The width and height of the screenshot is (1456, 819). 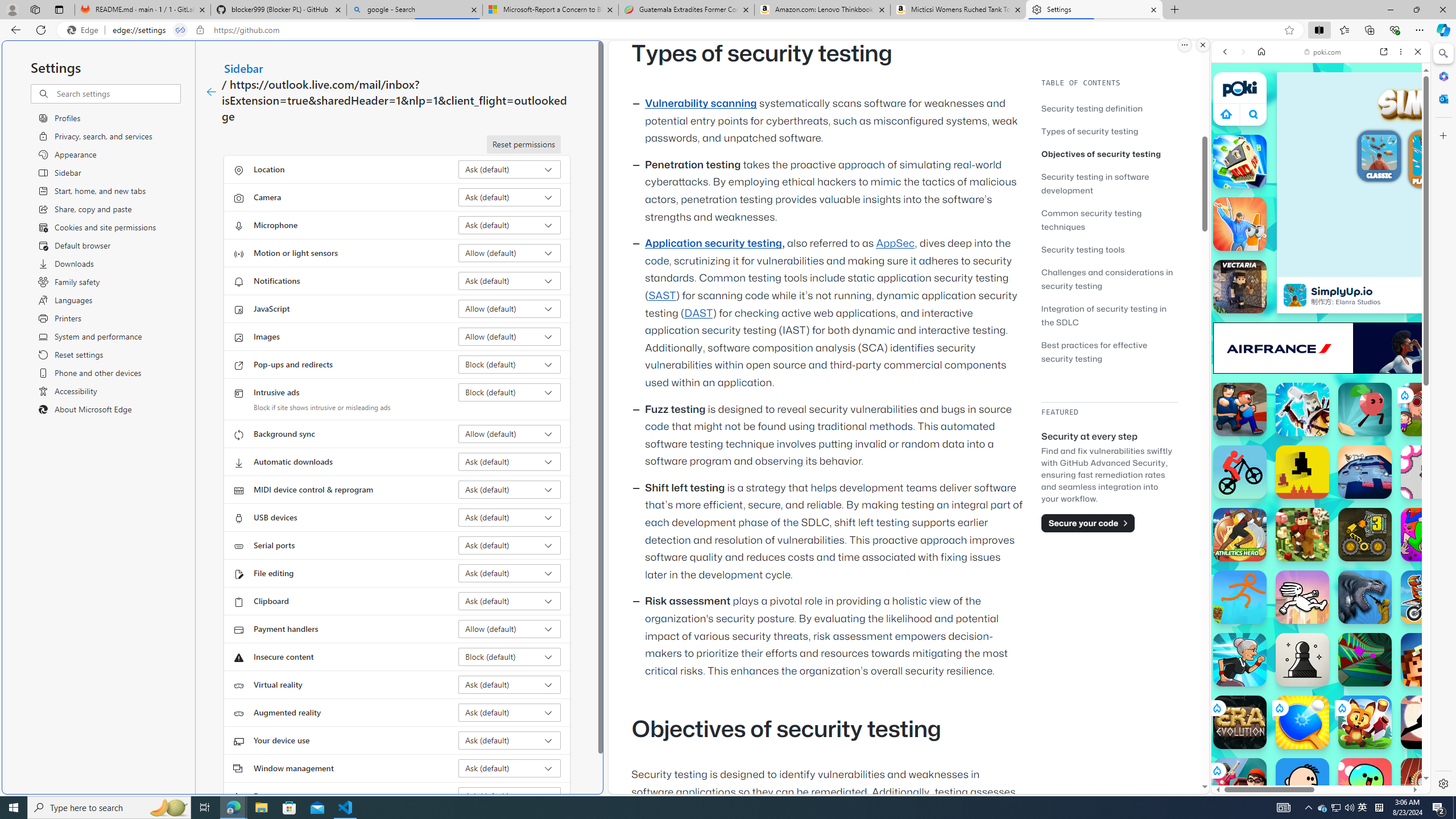 What do you see at coordinates (1106, 279) in the screenshot?
I see `'Challenges and considerations in security testing'` at bounding box center [1106, 279].